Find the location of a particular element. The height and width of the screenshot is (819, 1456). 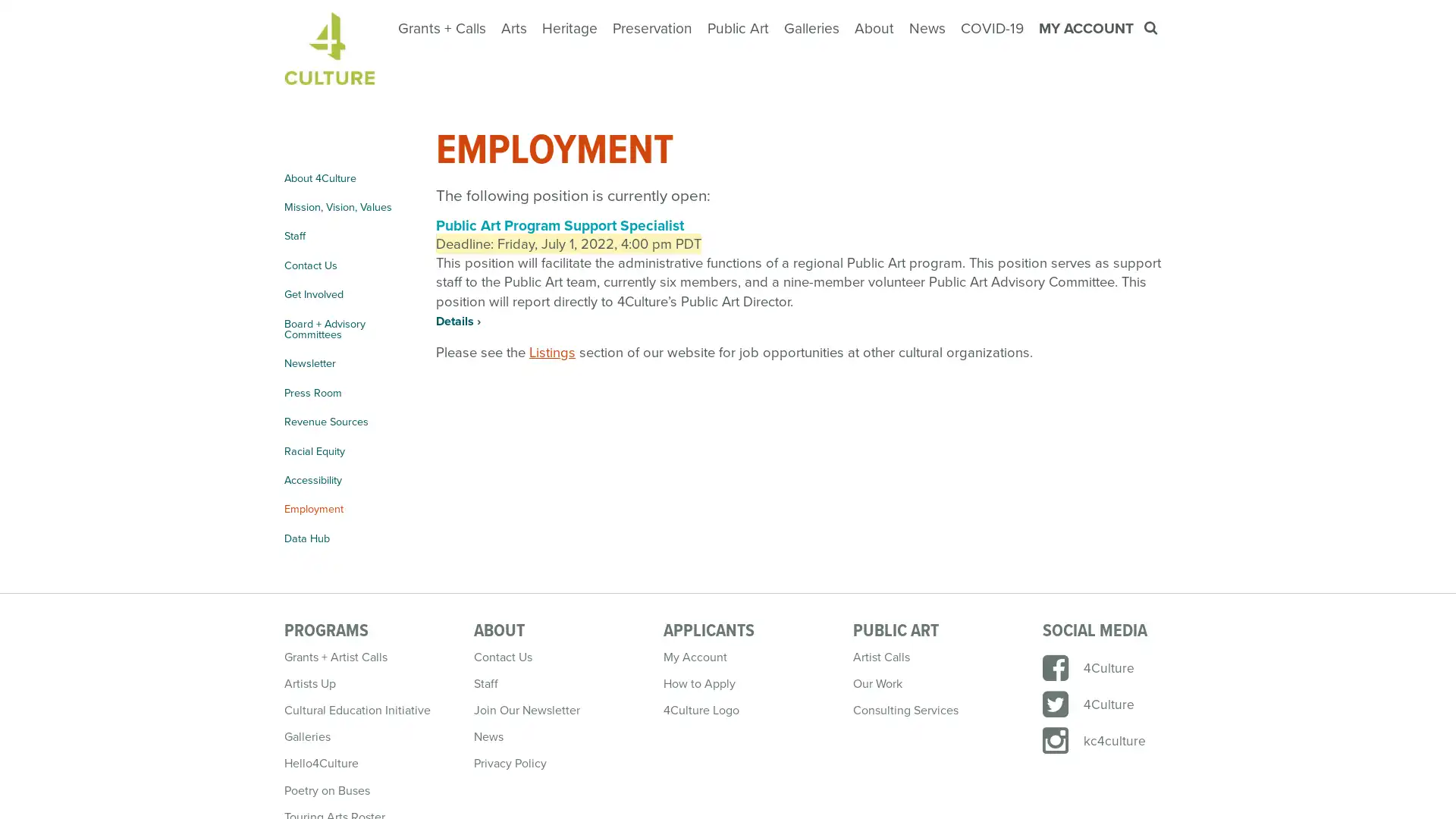

Open search is located at coordinates (1152, 28).